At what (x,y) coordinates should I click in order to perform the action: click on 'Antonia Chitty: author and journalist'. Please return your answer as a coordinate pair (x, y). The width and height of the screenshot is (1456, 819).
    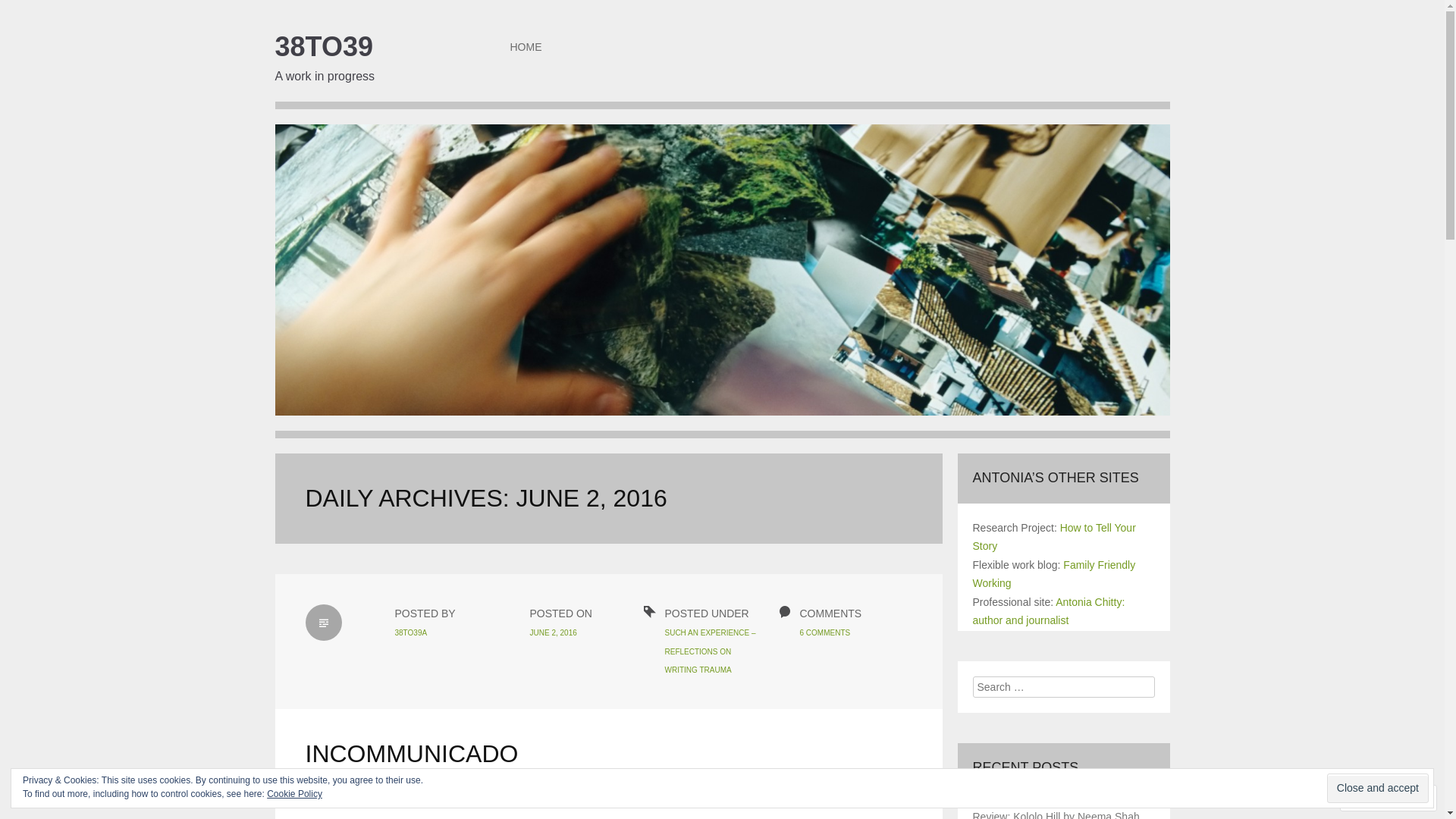
    Looking at the image, I should click on (971, 610).